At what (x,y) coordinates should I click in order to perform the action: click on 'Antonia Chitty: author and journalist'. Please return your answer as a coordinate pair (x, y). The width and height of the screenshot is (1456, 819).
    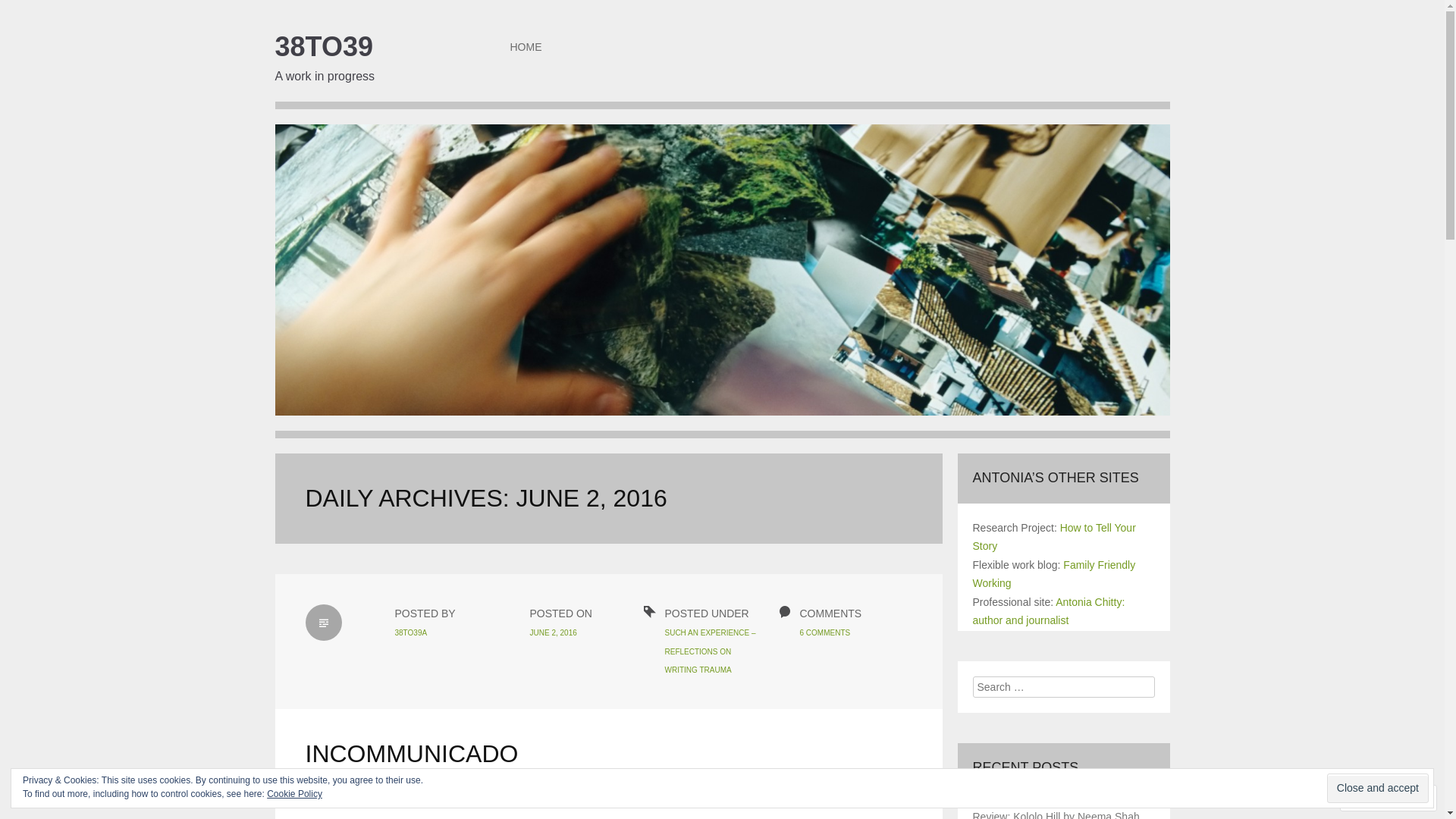
    Looking at the image, I should click on (971, 610).